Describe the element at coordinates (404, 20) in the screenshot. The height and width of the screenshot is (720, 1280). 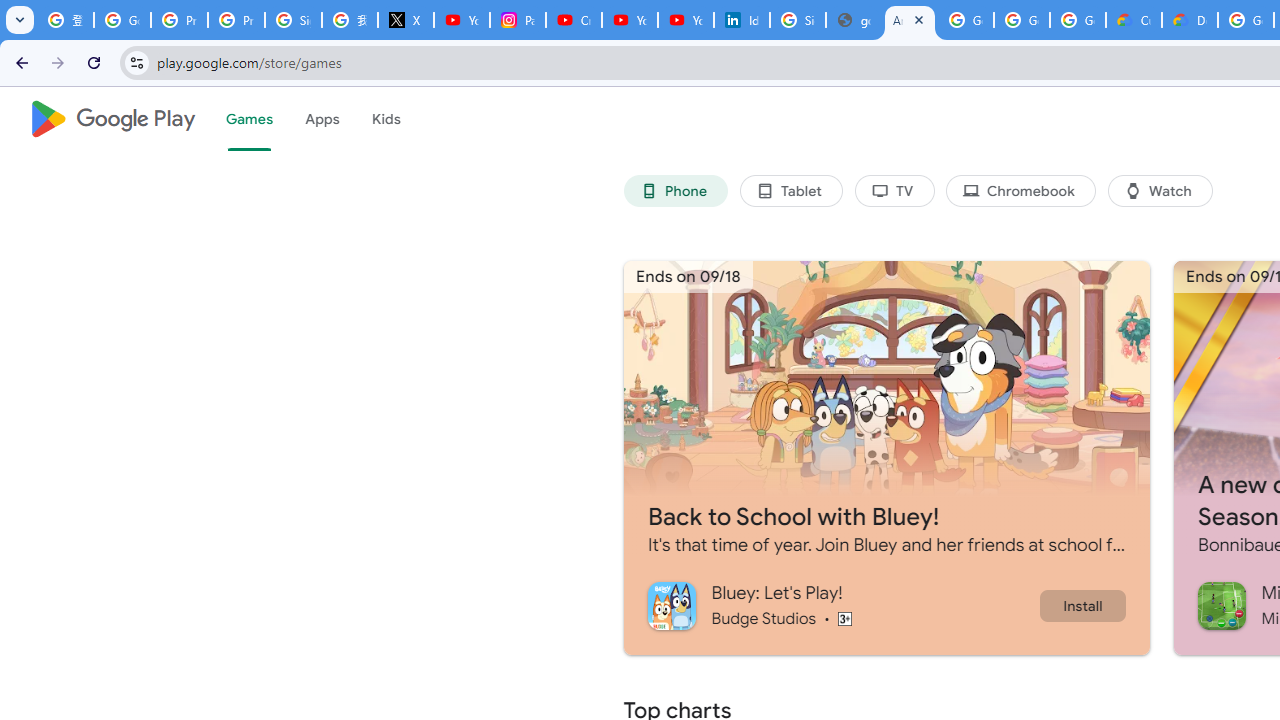
I see `'X'` at that location.